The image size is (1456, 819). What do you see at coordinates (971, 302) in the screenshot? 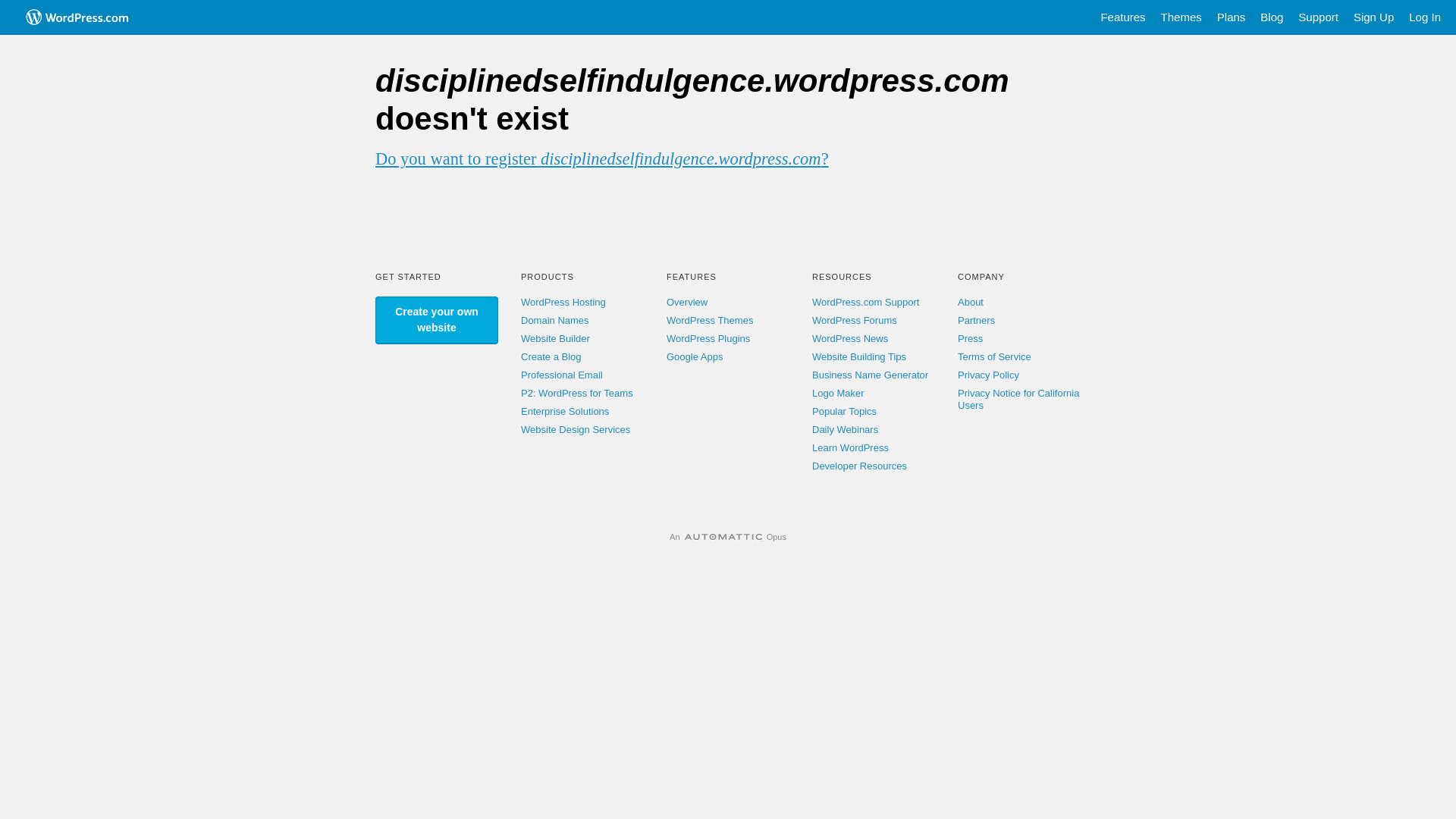
I see `'About'` at bounding box center [971, 302].